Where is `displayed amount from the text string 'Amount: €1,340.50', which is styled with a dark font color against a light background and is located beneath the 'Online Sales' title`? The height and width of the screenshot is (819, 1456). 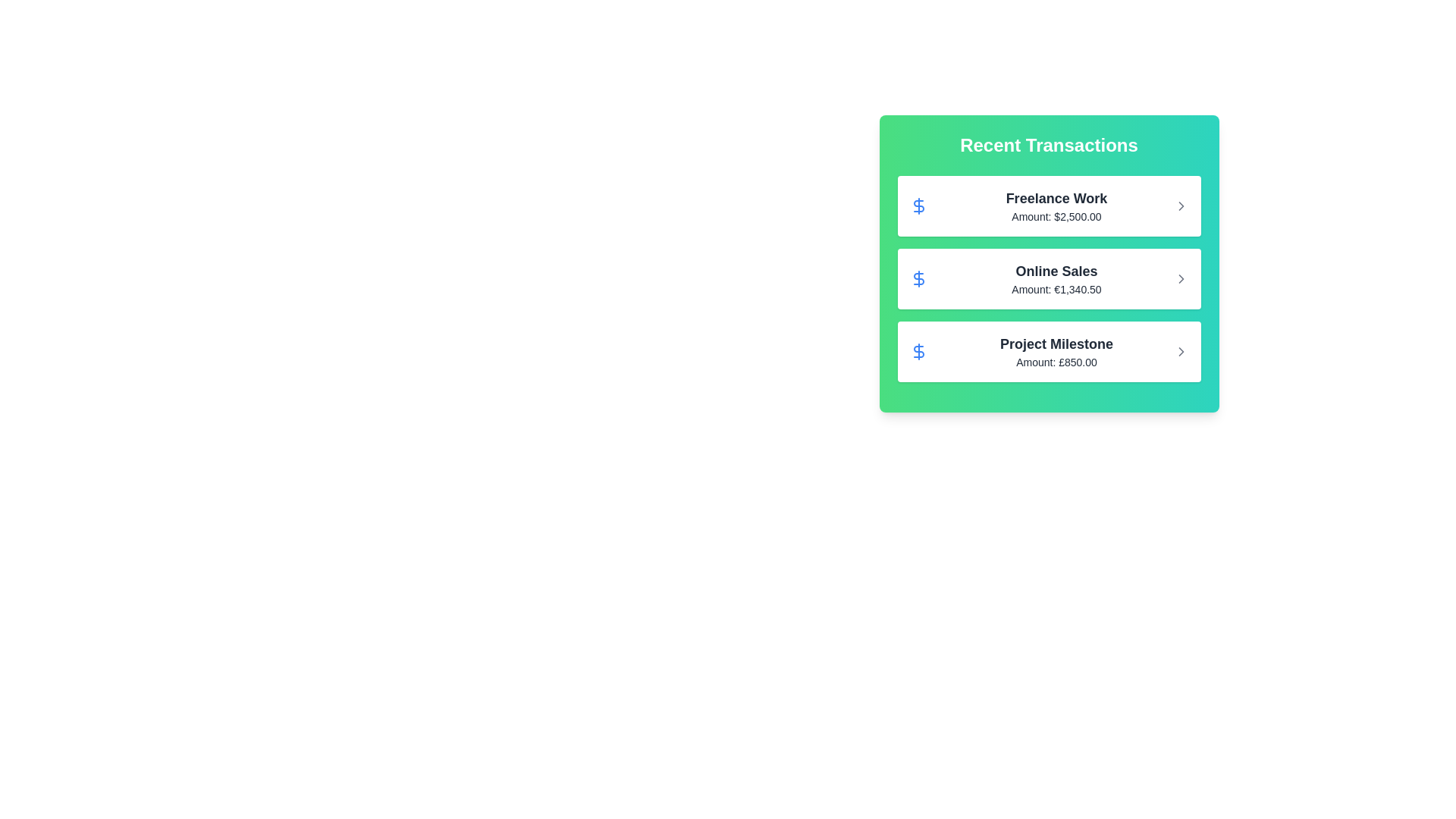
displayed amount from the text string 'Amount: €1,340.50', which is styled with a dark font color against a light background and is located beneath the 'Online Sales' title is located at coordinates (1056, 289).